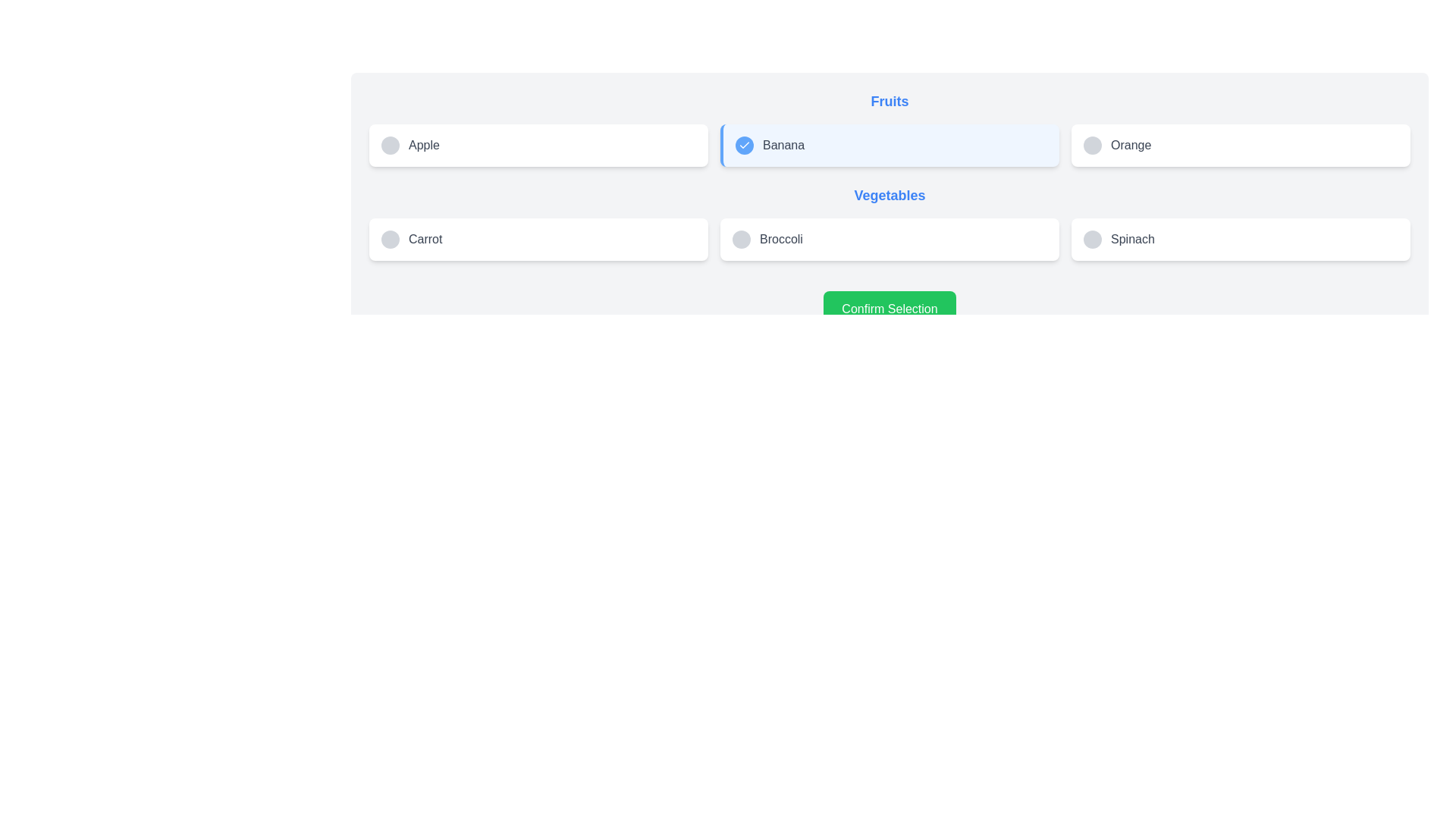  What do you see at coordinates (745, 146) in the screenshot?
I see `the circular Indicator icon that visually confirms the selection status of the 'Banana' card, located in the upper-left region of the card near its left border` at bounding box center [745, 146].